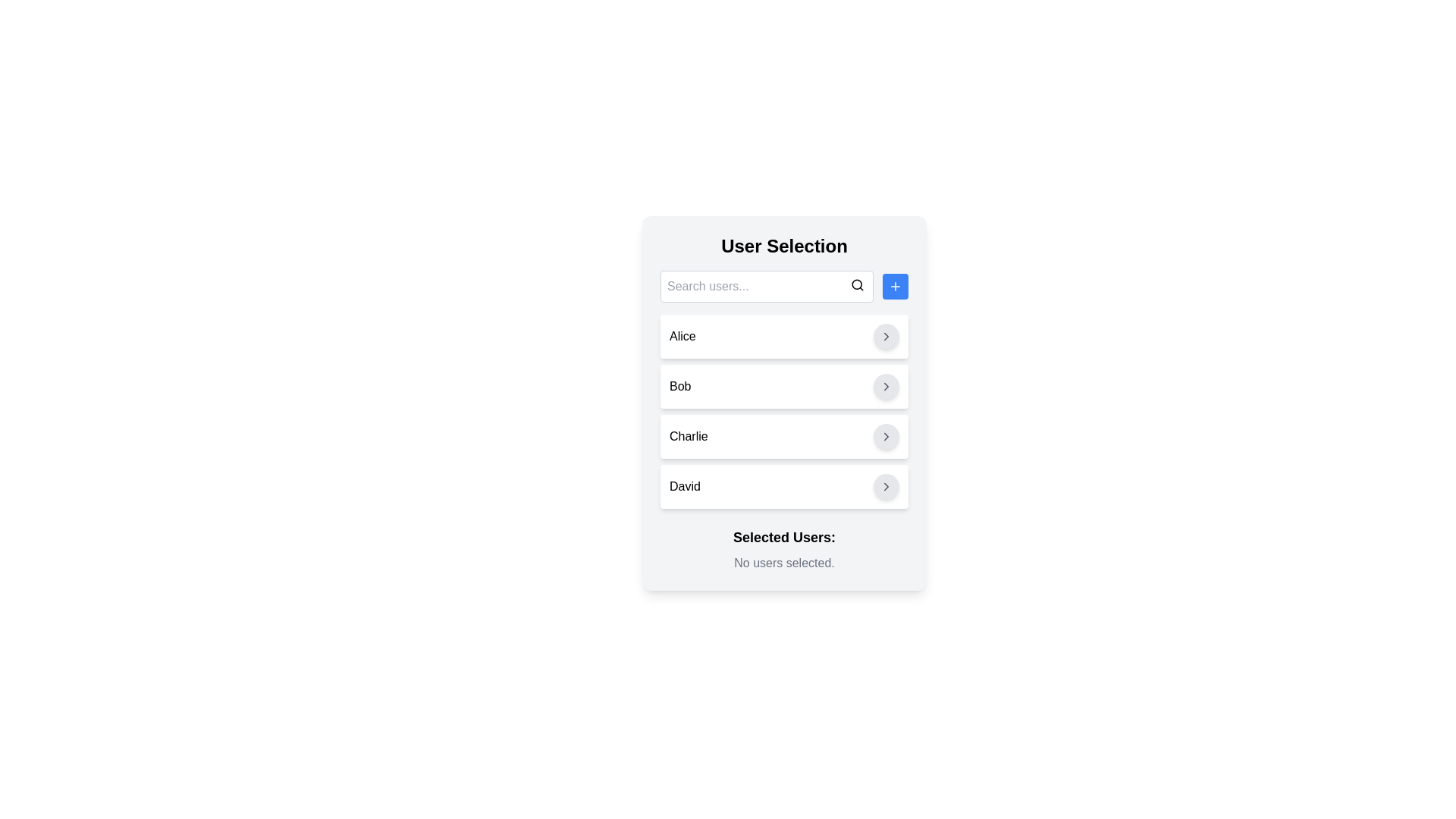 The width and height of the screenshot is (1456, 819). I want to click on the list item labeled 'Bob', so click(784, 385).